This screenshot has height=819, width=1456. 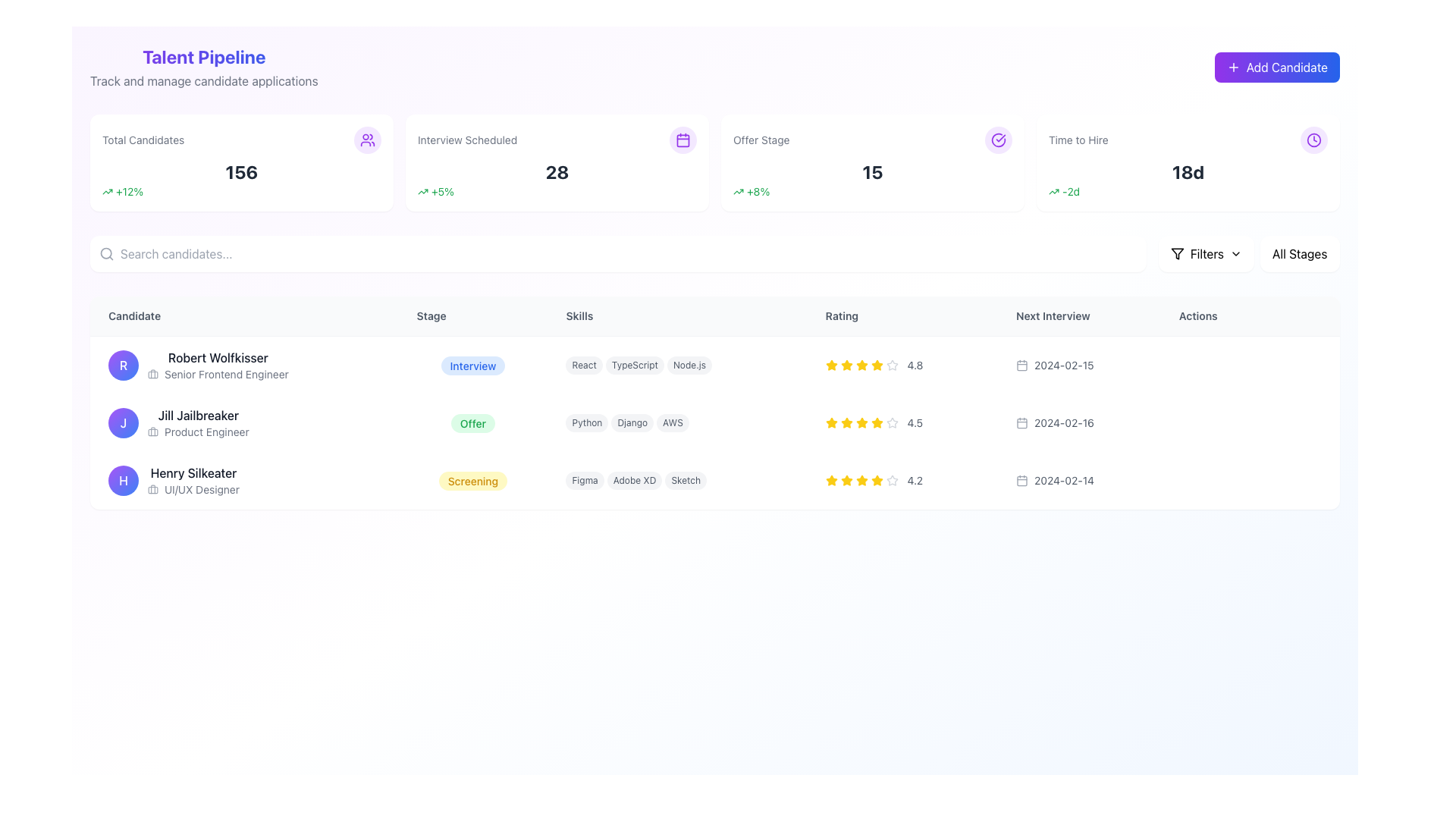 I want to click on the name 'Henry Silkeater' in the profile summary entry, so click(x=244, y=480).